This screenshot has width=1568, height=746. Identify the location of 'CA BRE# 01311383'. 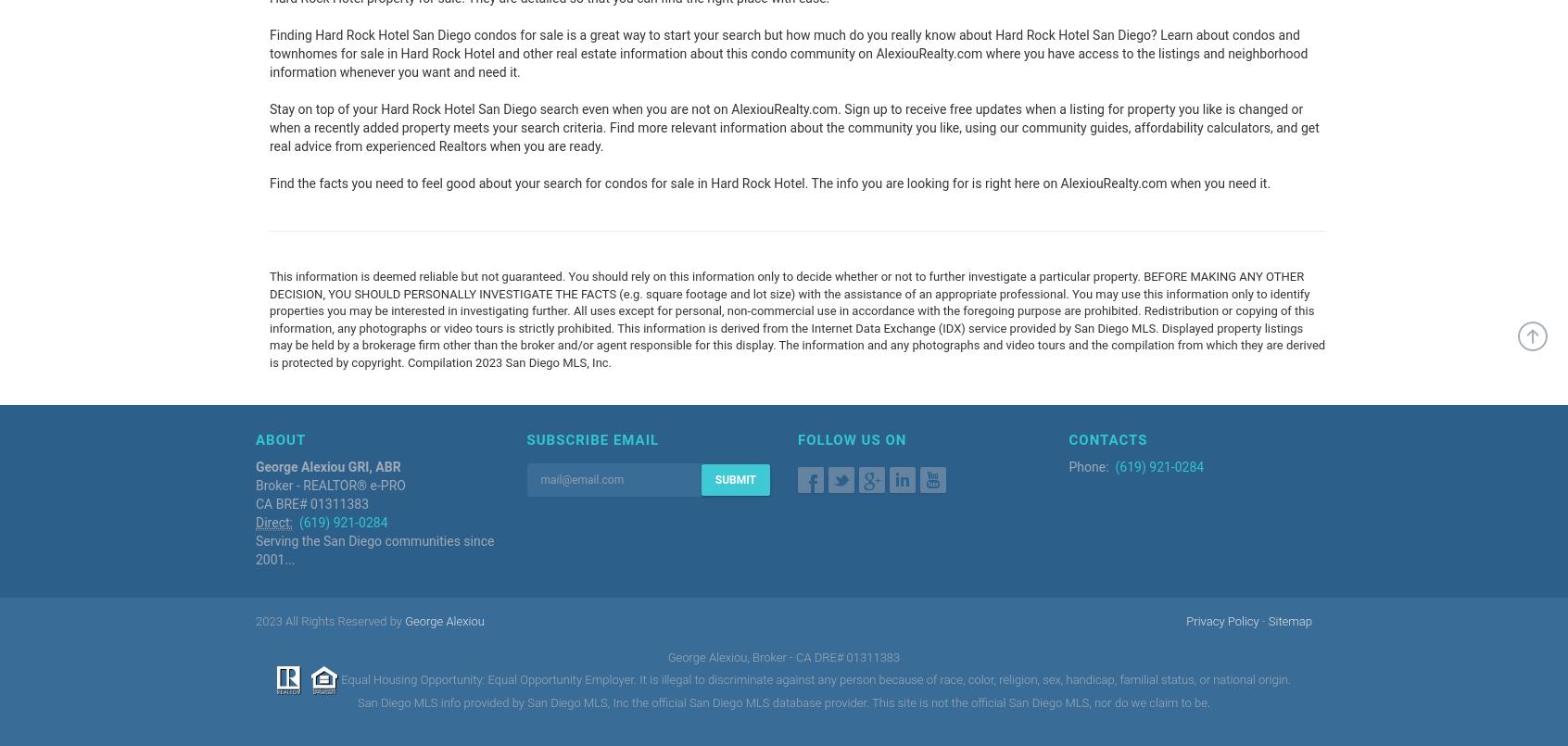
(311, 503).